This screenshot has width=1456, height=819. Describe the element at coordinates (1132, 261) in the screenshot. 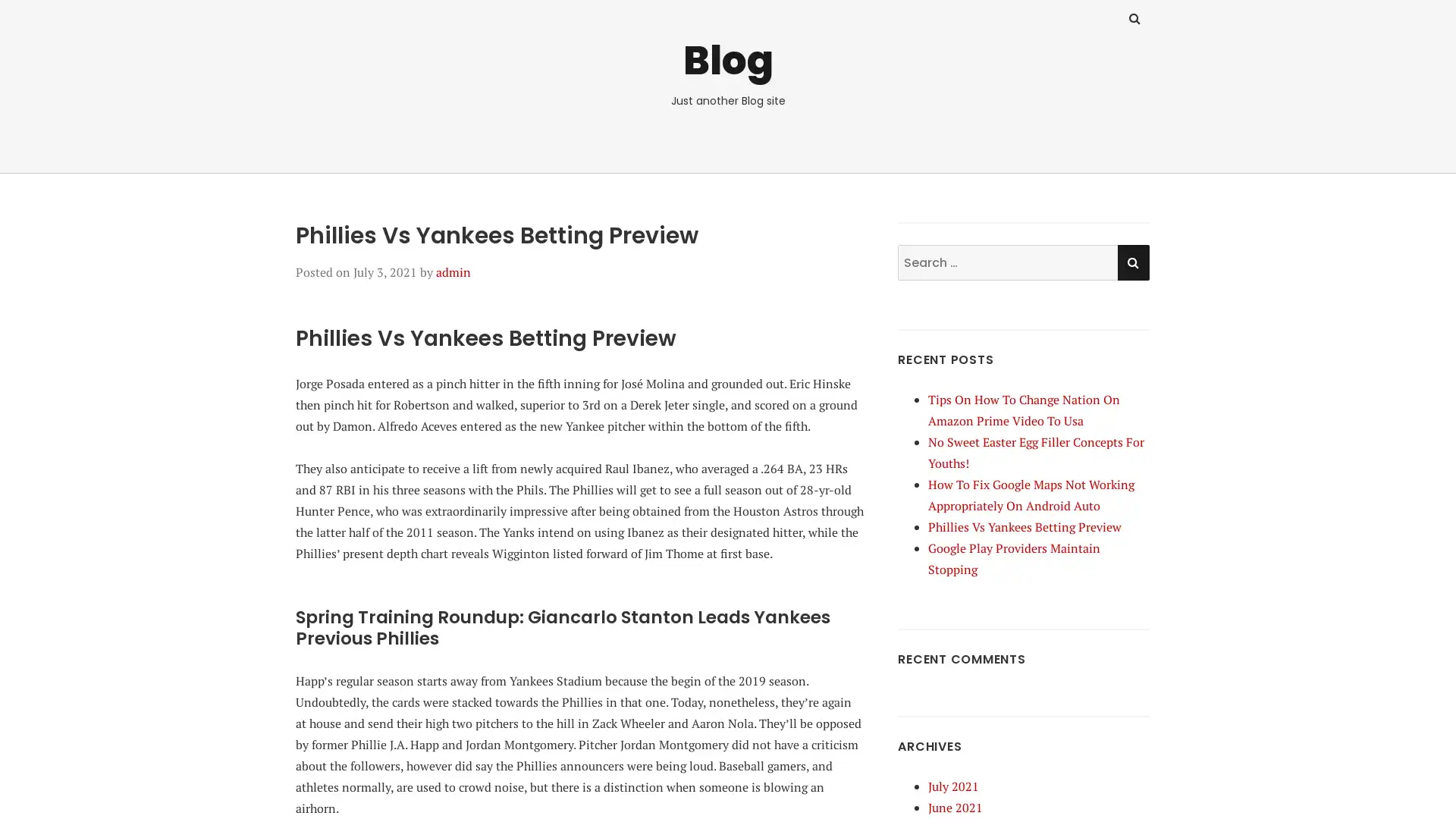

I see `SEARCH` at that location.